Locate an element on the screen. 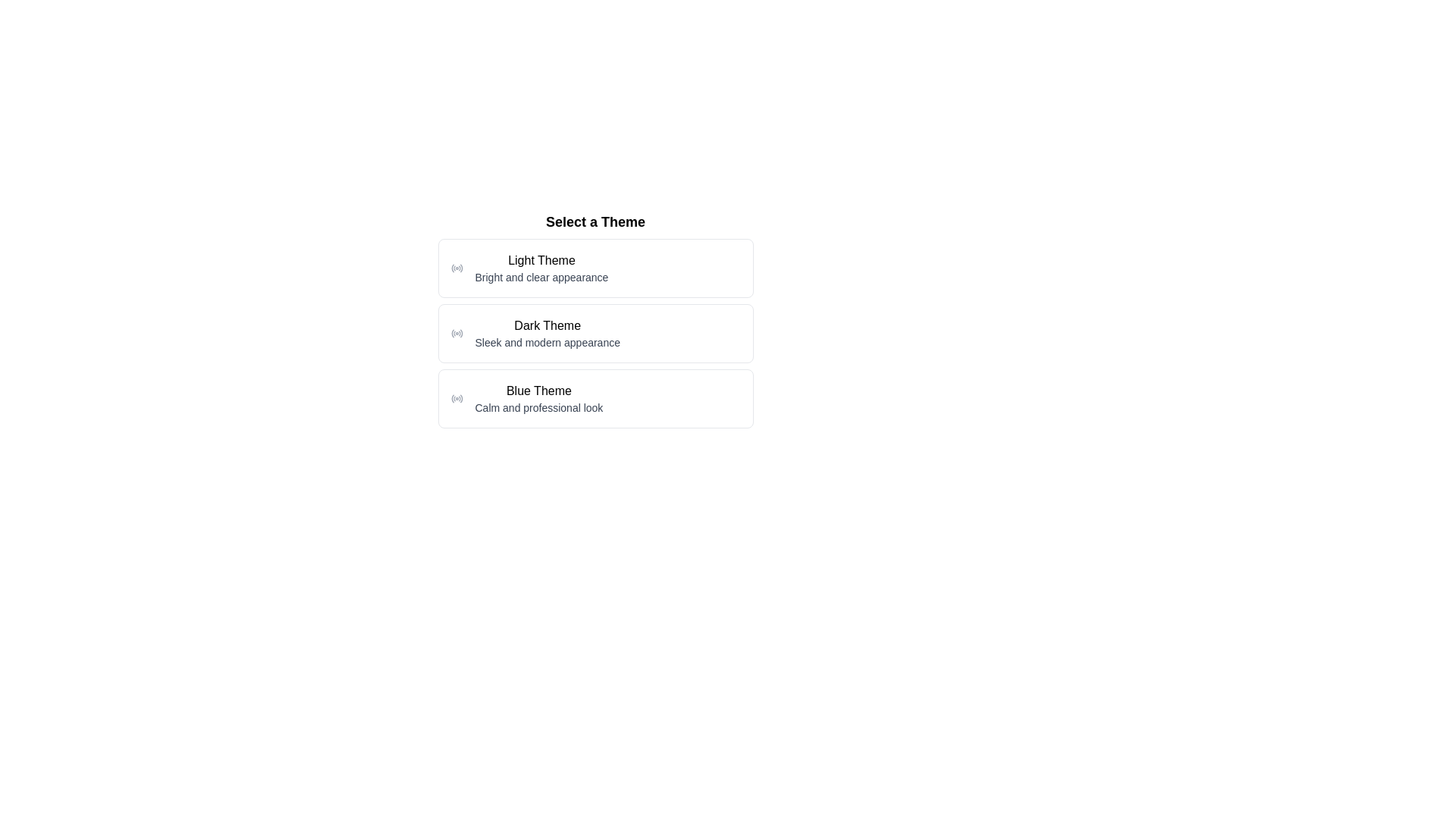 The width and height of the screenshot is (1456, 819). the radio button for selecting the 'Blue Theme' option, which is positioned to the left of the label 'Blue Theme Calm and professional look' is located at coordinates (456, 397).